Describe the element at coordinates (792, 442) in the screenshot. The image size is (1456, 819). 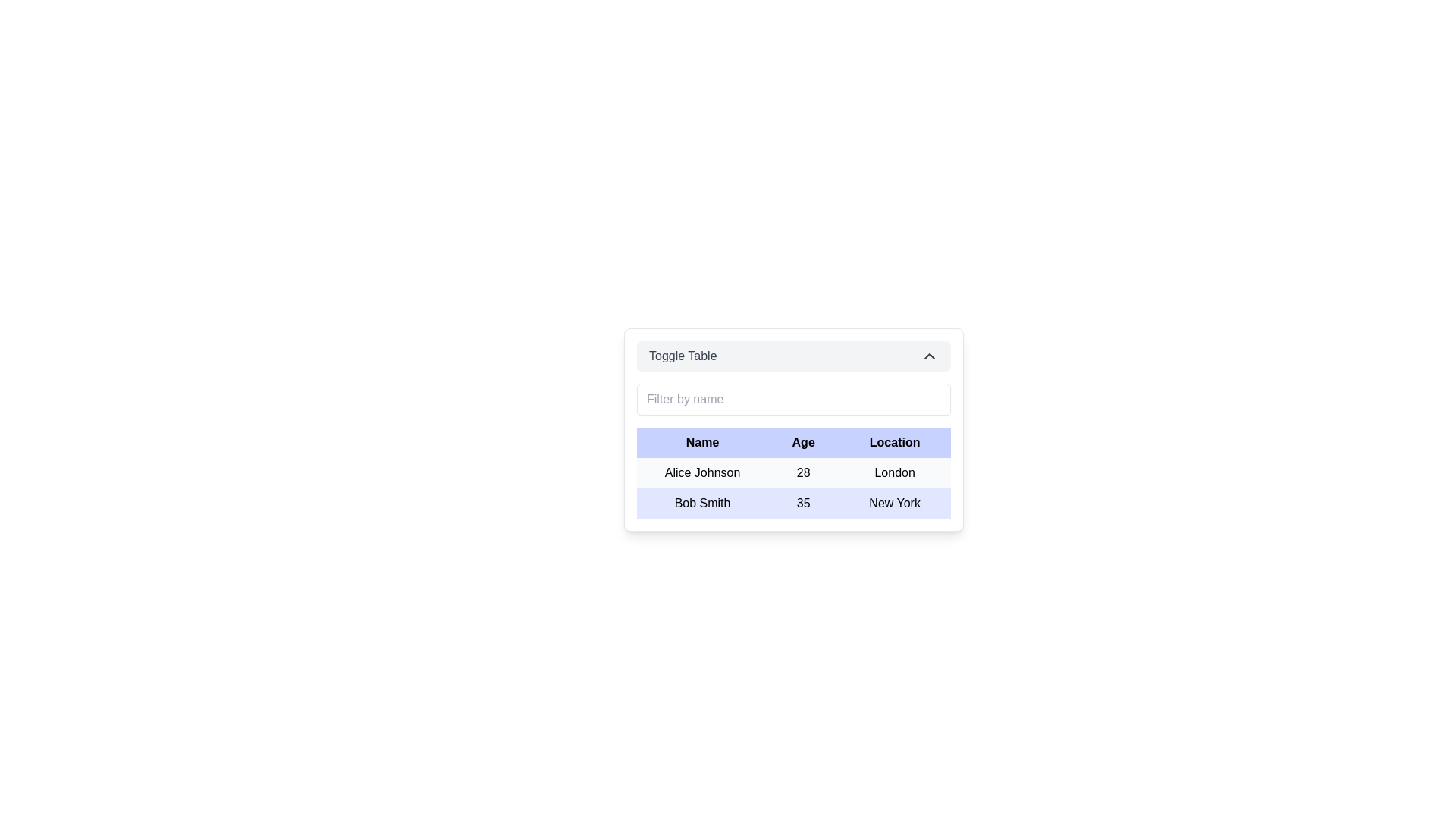
I see `the table header row containing the headers 'Name', 'Age', and 'Location', which is styled with a lavender background and black text` at that location.